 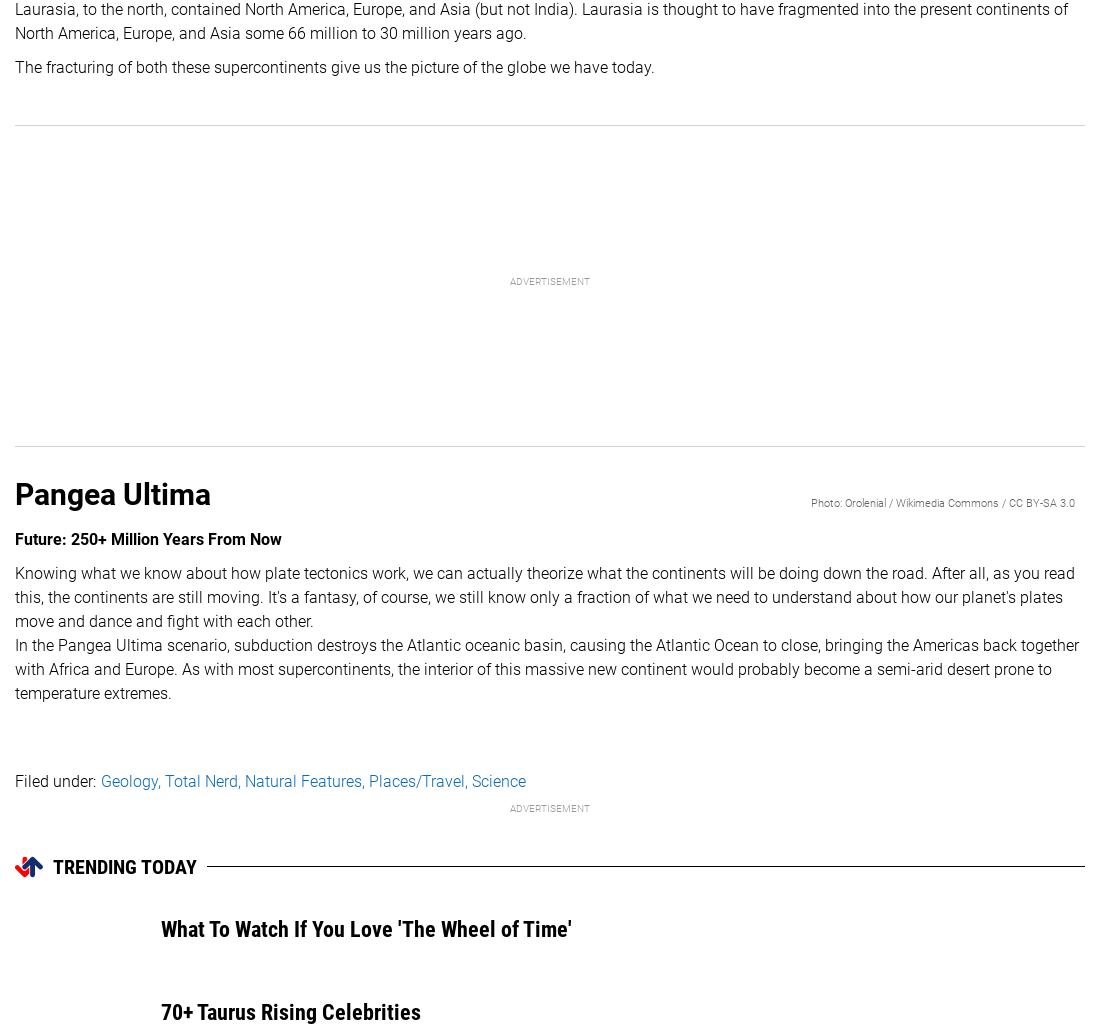 What do you see at coordinates (947, 501) in the screenshot?
I see `'Wikimedia Commons'` at bounding box center [947, 501].